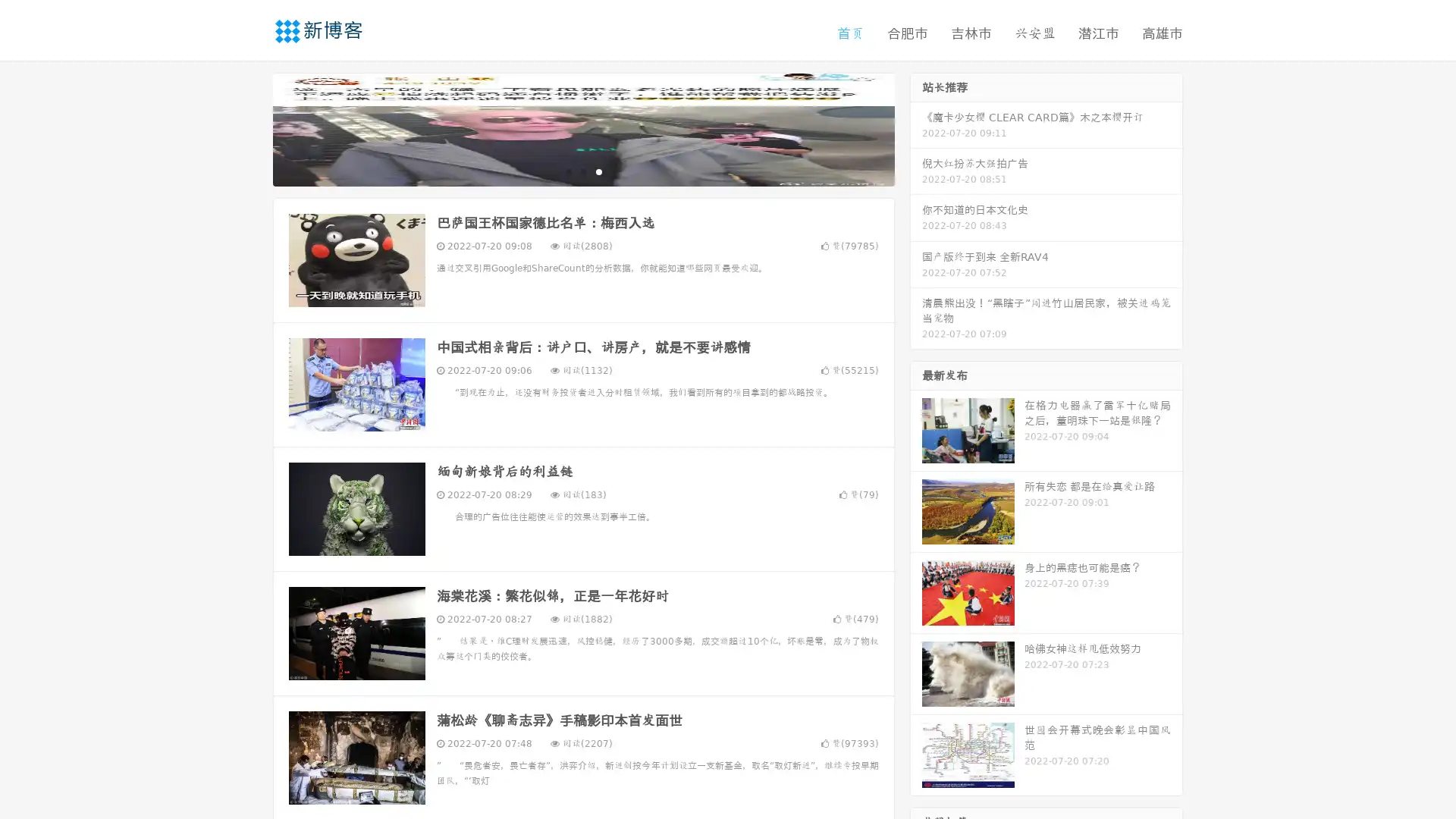 The width and height of the screenshot is (1456, 819). What do you see at coordinates (250, 127) in the screenshot?
I see `Previous slide` at bounding box center [250, 127].